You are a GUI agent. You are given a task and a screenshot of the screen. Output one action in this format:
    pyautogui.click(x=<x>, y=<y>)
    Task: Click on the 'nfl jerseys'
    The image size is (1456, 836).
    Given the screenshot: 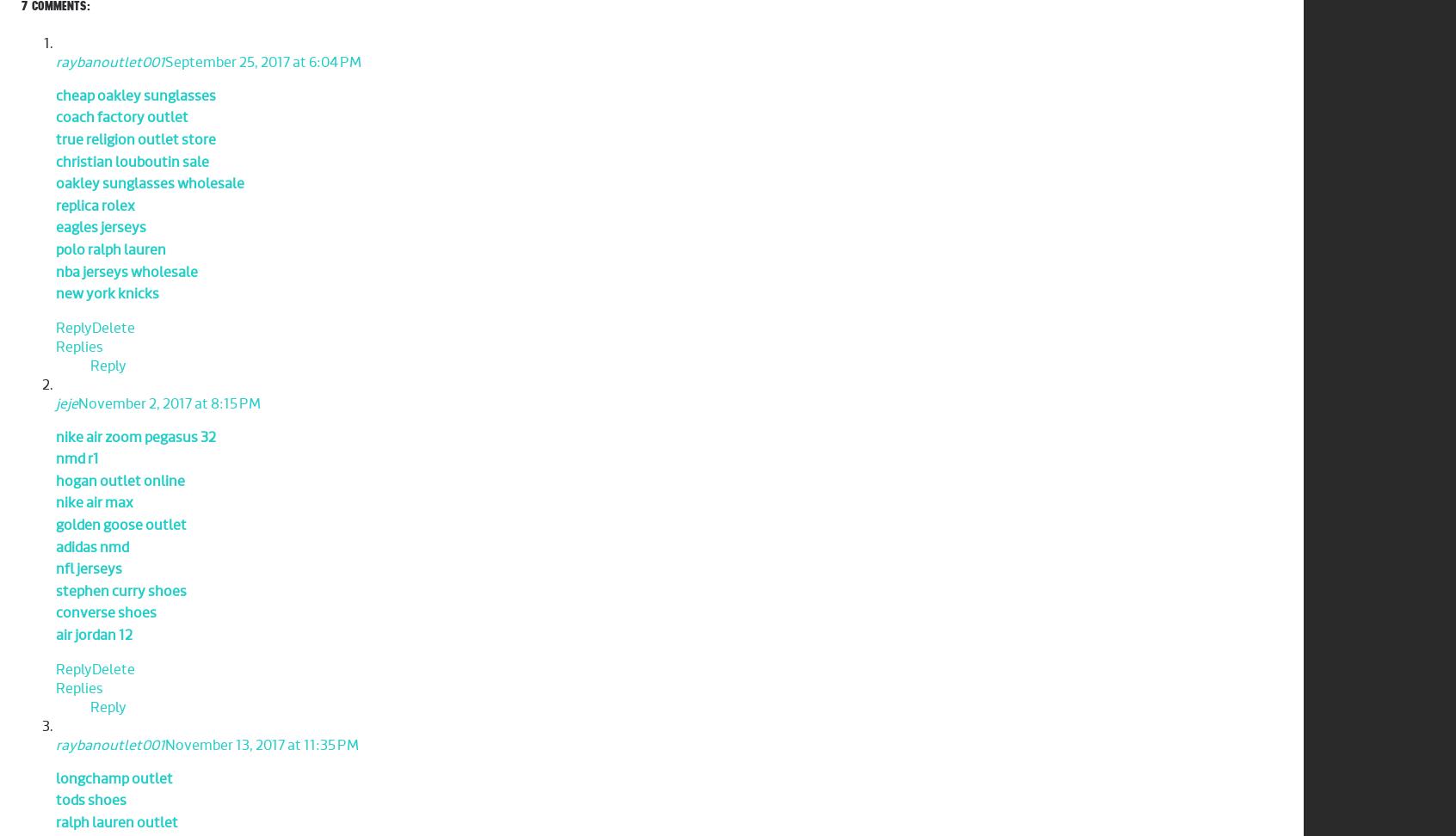 What is the action you would take?
    pyautogui.click(x=89, y=569)
    